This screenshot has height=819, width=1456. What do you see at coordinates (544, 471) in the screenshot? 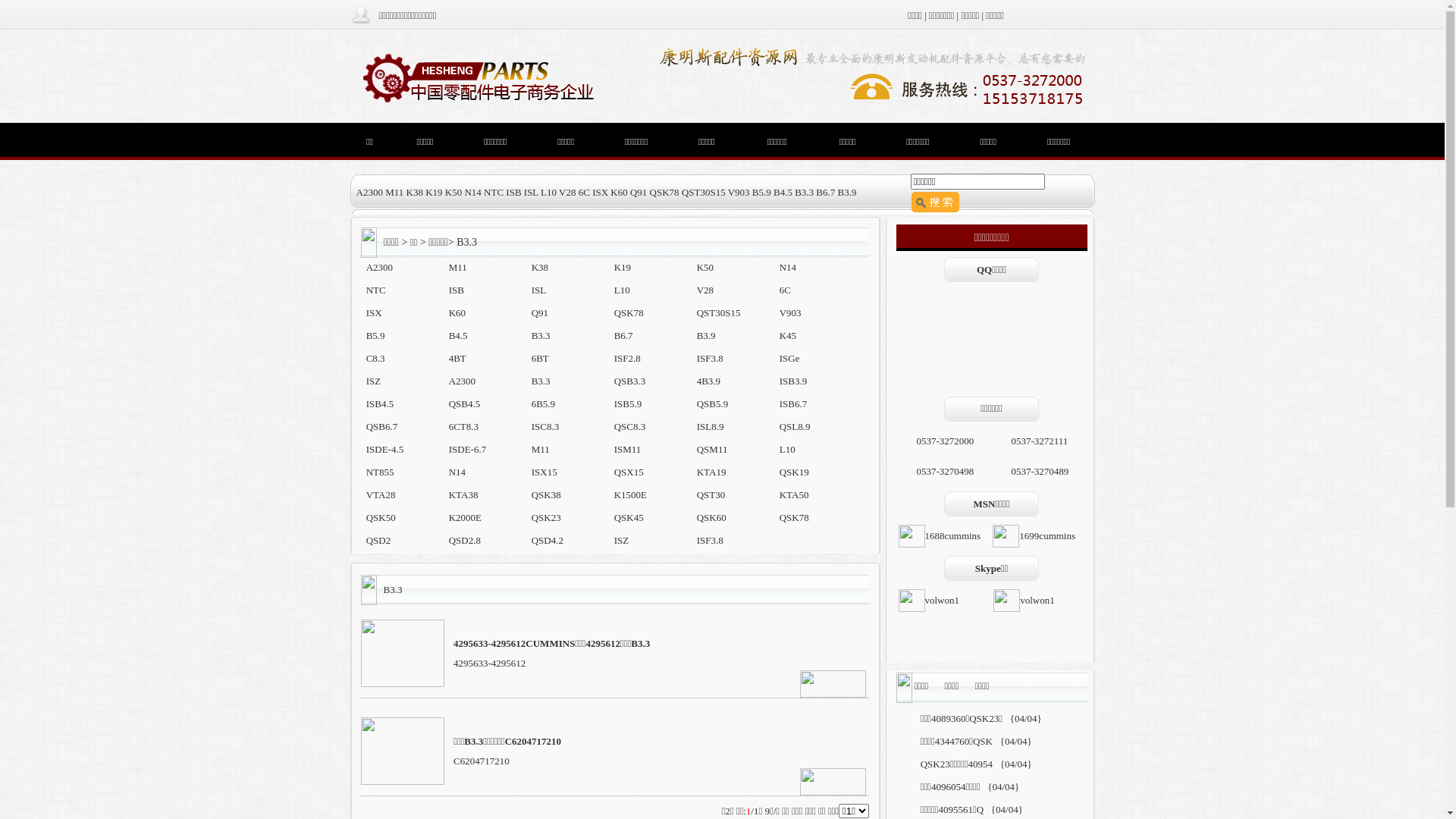
I see `'ISX15'` at bounding box center [544, 471].